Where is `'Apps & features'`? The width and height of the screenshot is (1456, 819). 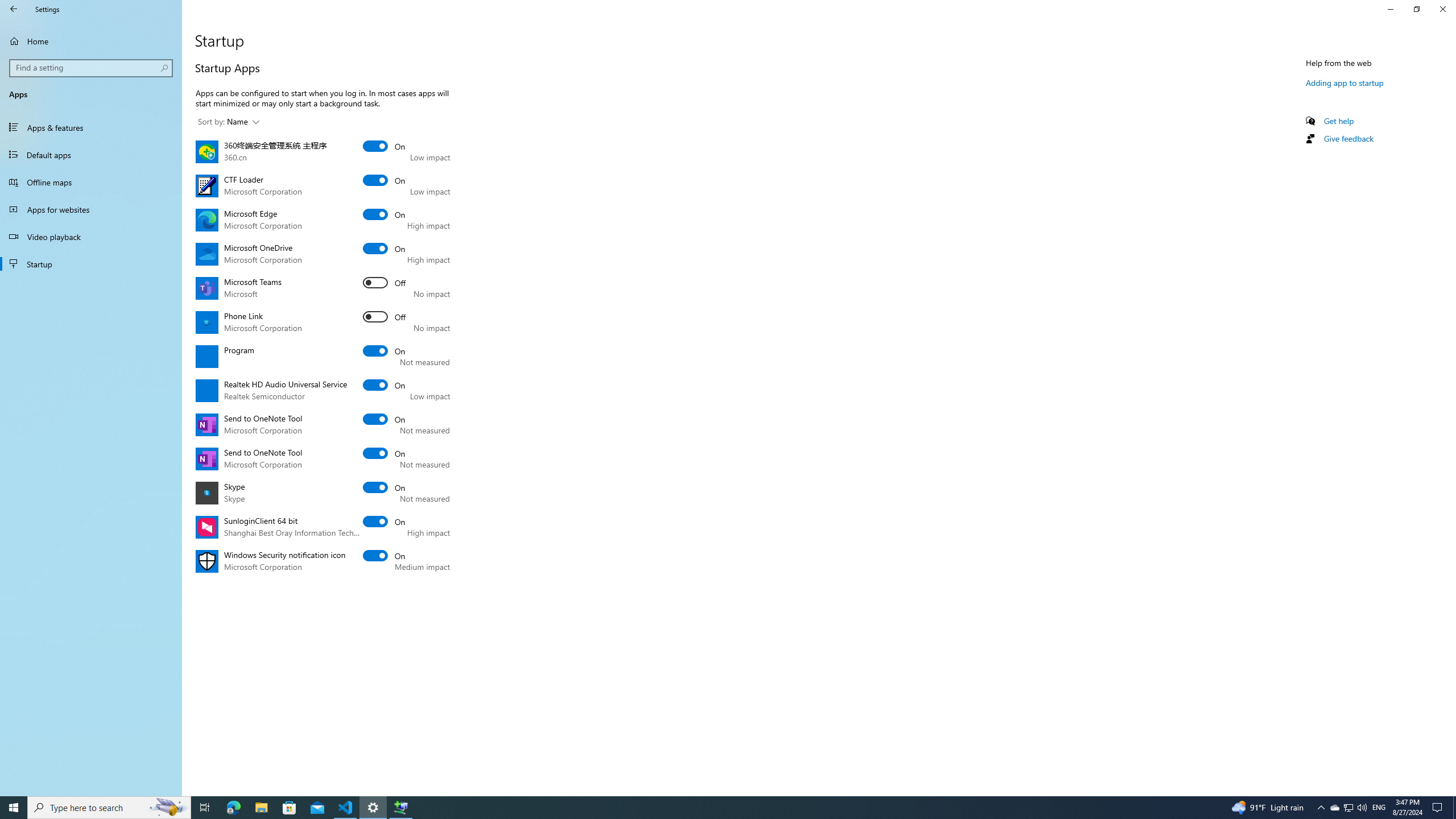
'Apps & features' is located at coordinates (90, 126).